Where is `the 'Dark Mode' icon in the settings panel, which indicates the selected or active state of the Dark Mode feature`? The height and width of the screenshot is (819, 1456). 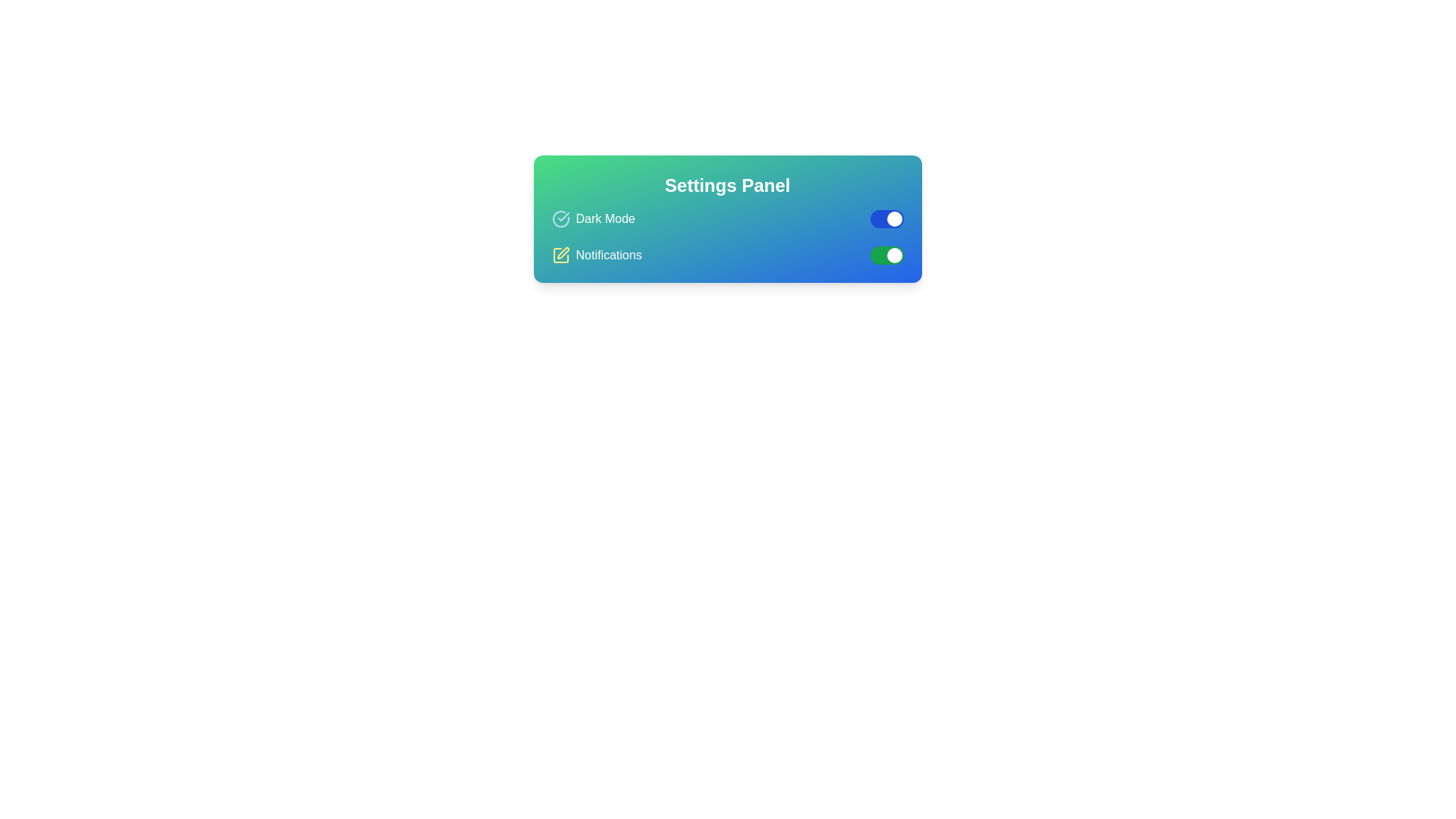 the 'Dark Mode' icon in the settings panel, which indicates the selected or active state of the Dark Mode feature is located at coordinates (560, 219).